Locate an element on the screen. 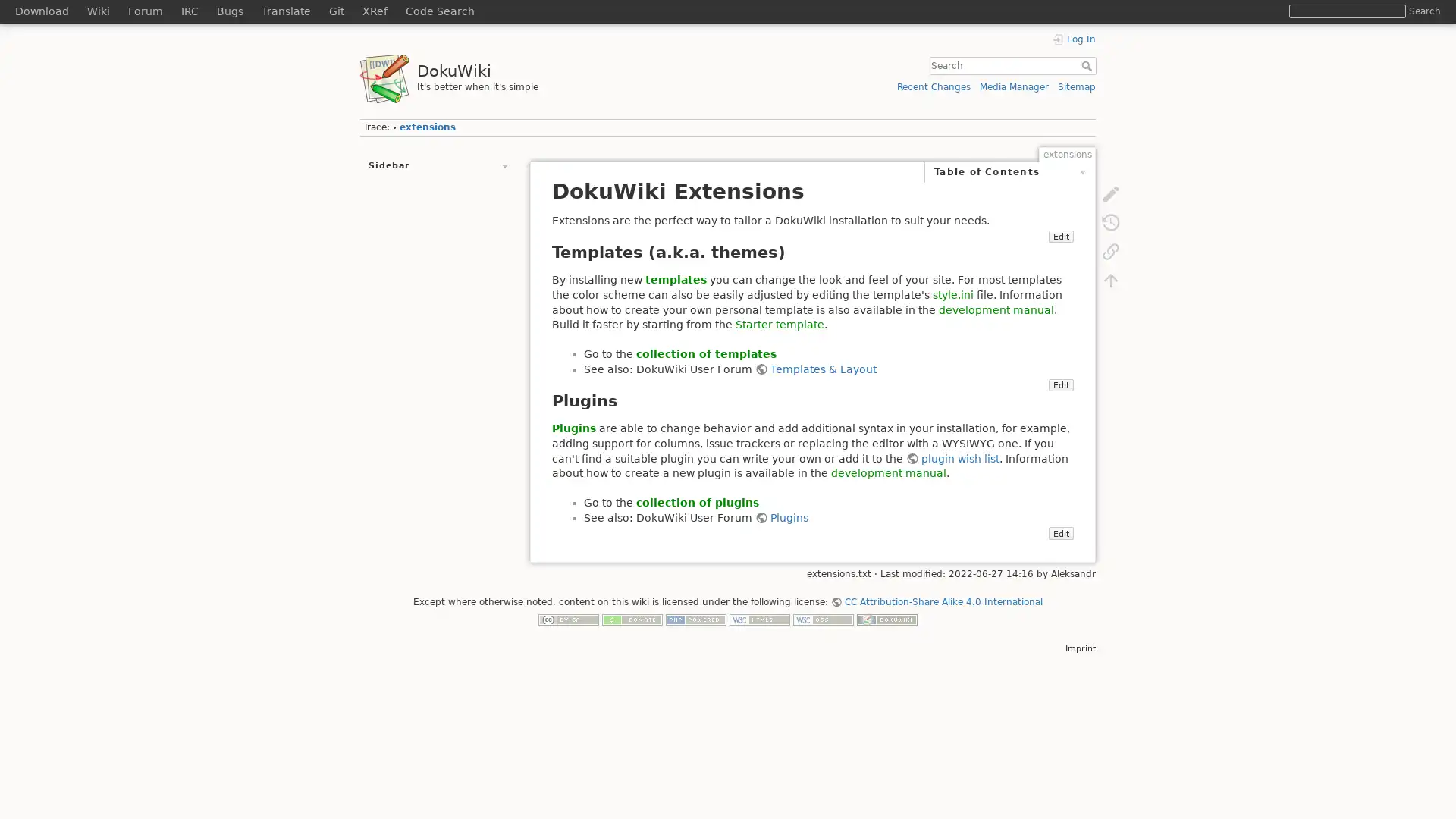  Search is located at coordinates (1087, 65).